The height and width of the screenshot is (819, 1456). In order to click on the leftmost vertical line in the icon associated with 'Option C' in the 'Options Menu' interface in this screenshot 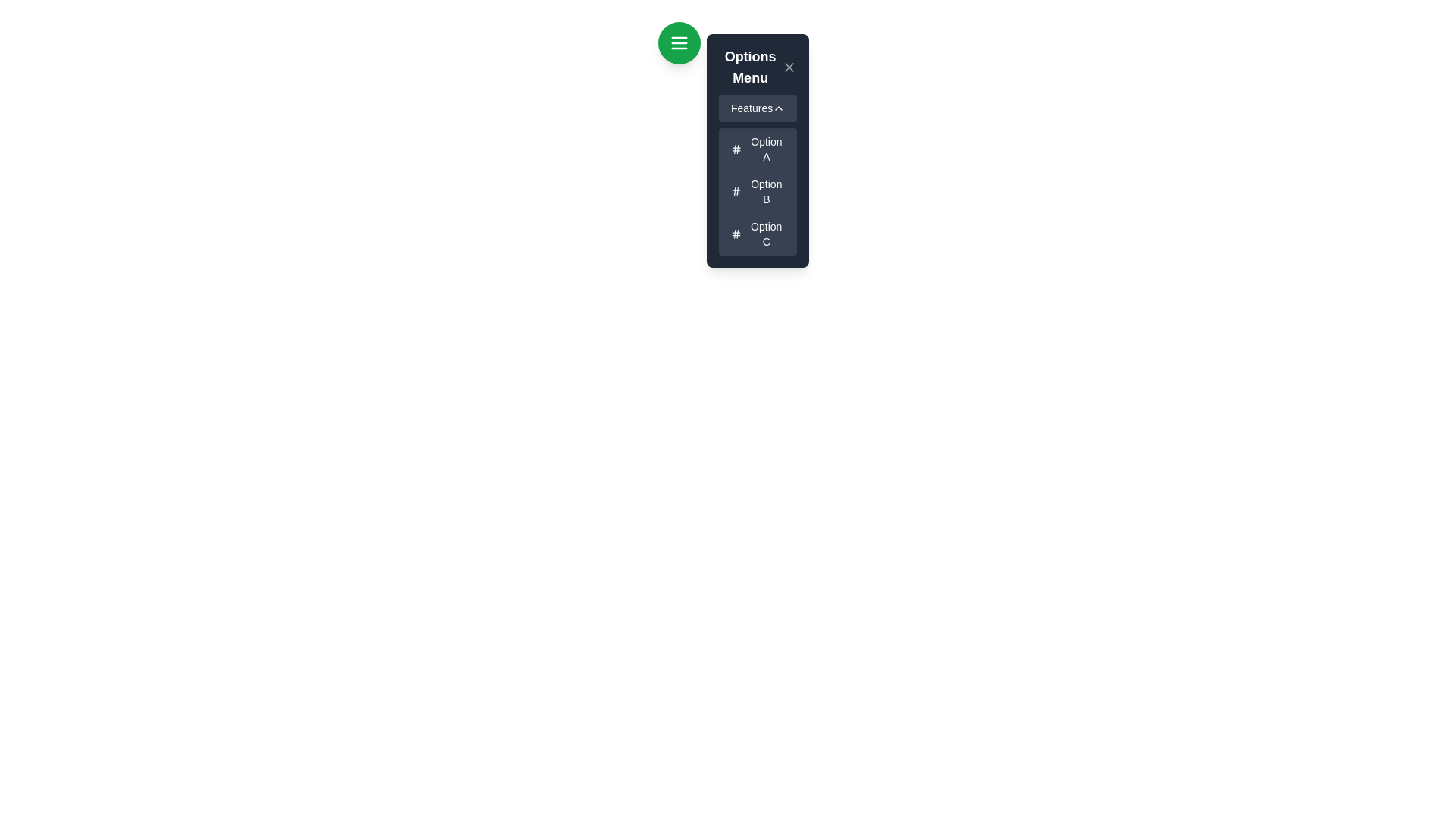, I will do `click(735, 234)`.